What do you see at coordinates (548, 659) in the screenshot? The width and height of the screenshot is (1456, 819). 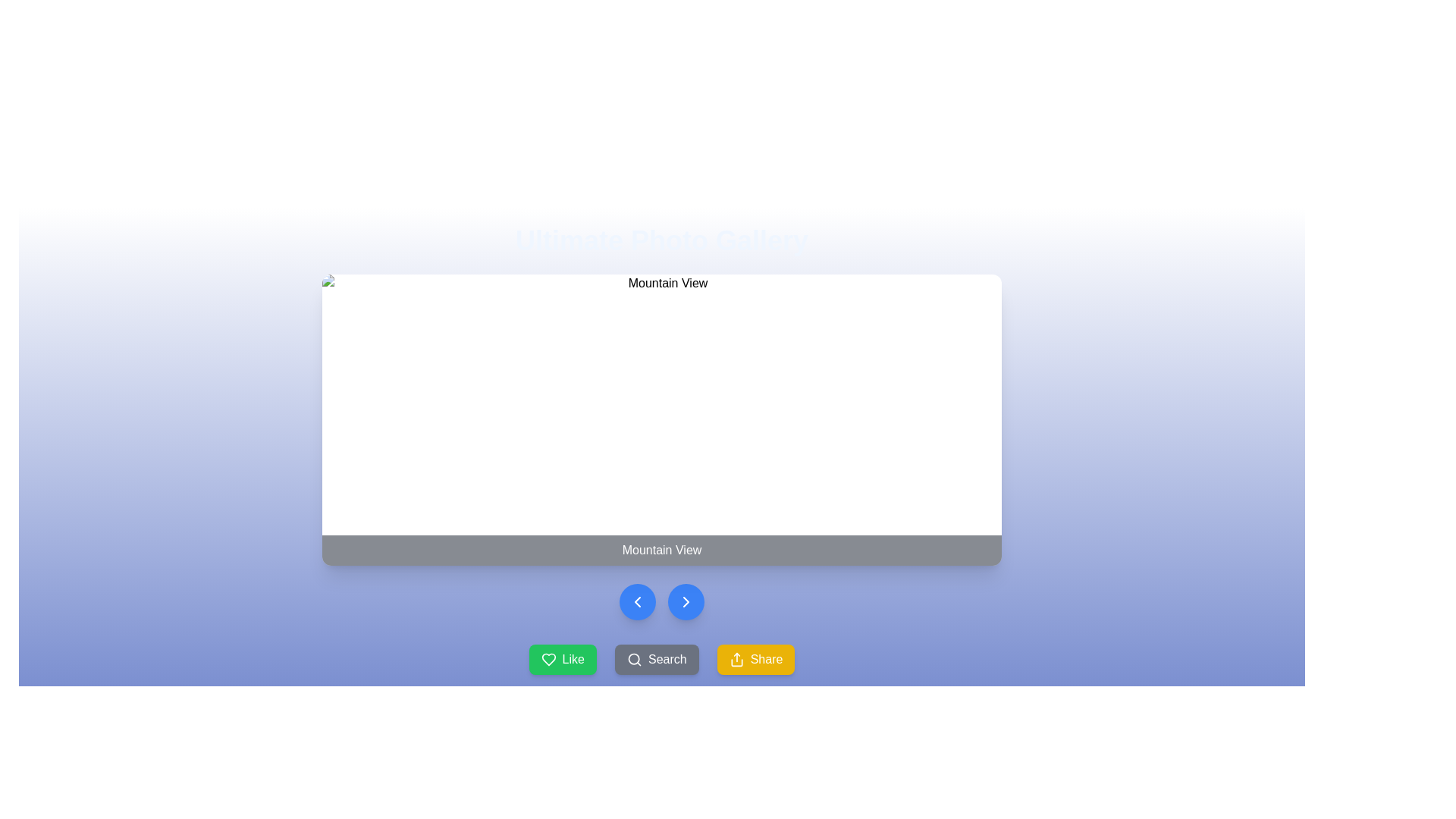 I see `the heart-shaped 'Like' icon located on the left side of the button row, preceding the grey 'Search' button and the yellow 'Share' button` at bounding box center [548, 659].